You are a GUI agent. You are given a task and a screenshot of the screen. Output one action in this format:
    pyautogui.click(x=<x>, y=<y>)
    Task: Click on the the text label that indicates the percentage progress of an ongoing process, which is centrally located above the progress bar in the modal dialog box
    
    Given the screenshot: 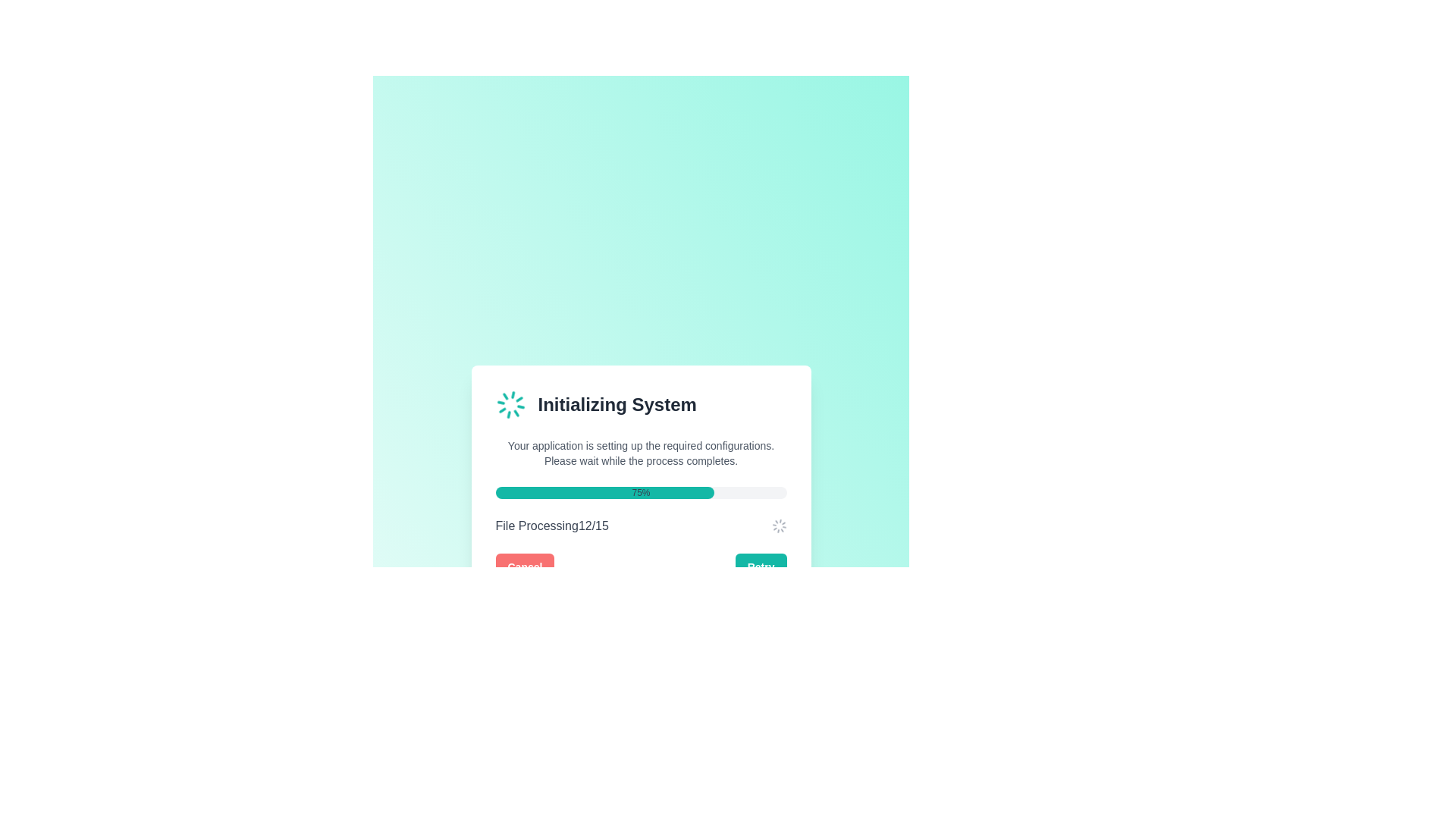 What is the action you would take?
    pyautogui.click(x=641, y=493)
    